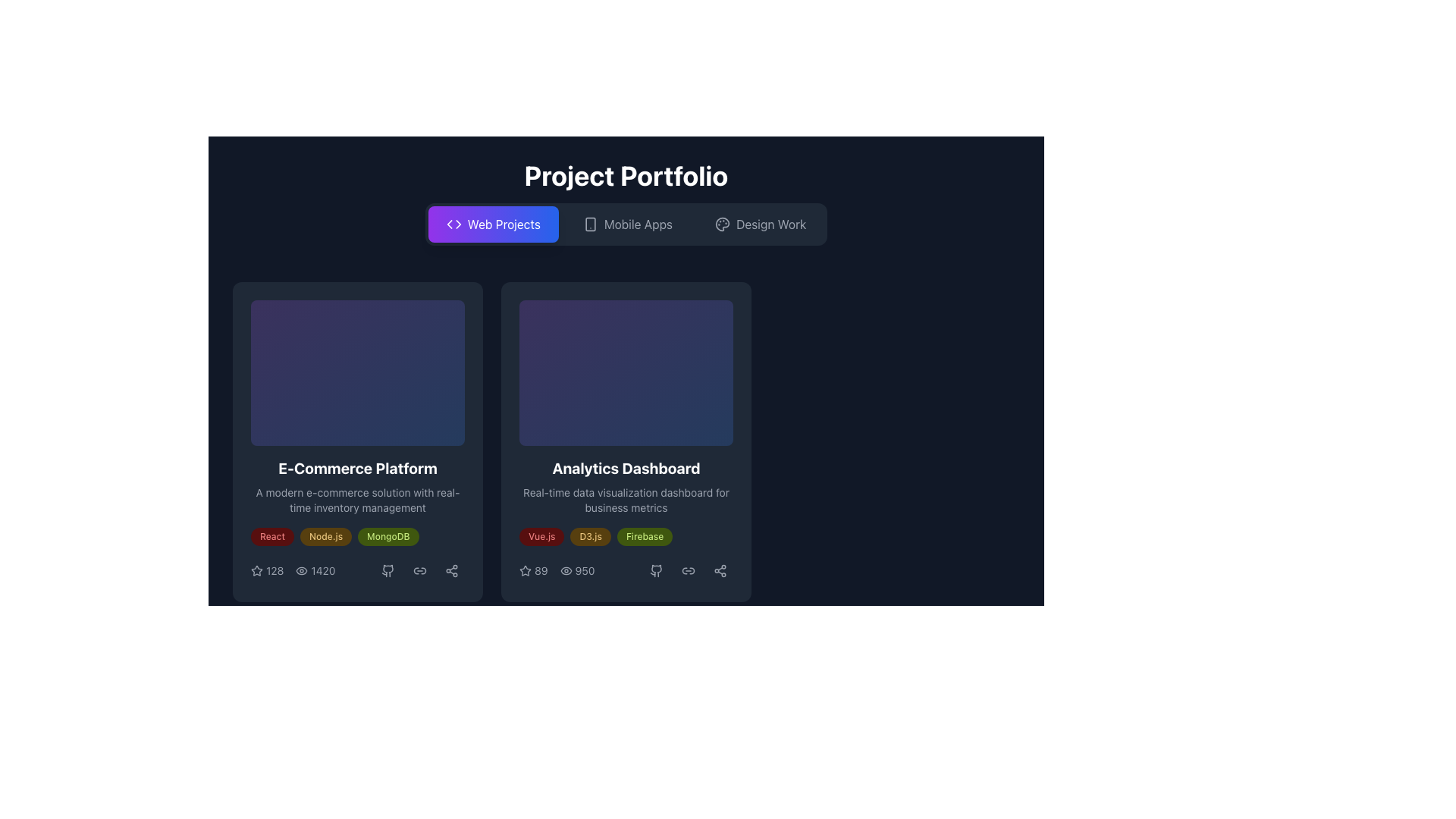 The height and width of the screenshot is (819, 1456). Describe the element at coordinates (687, 570) in the screenshot. I see `the small circular button with a chain-link icon, which is the second button in a row of three located below the 'Analytics Dashboard' project card` at that location.